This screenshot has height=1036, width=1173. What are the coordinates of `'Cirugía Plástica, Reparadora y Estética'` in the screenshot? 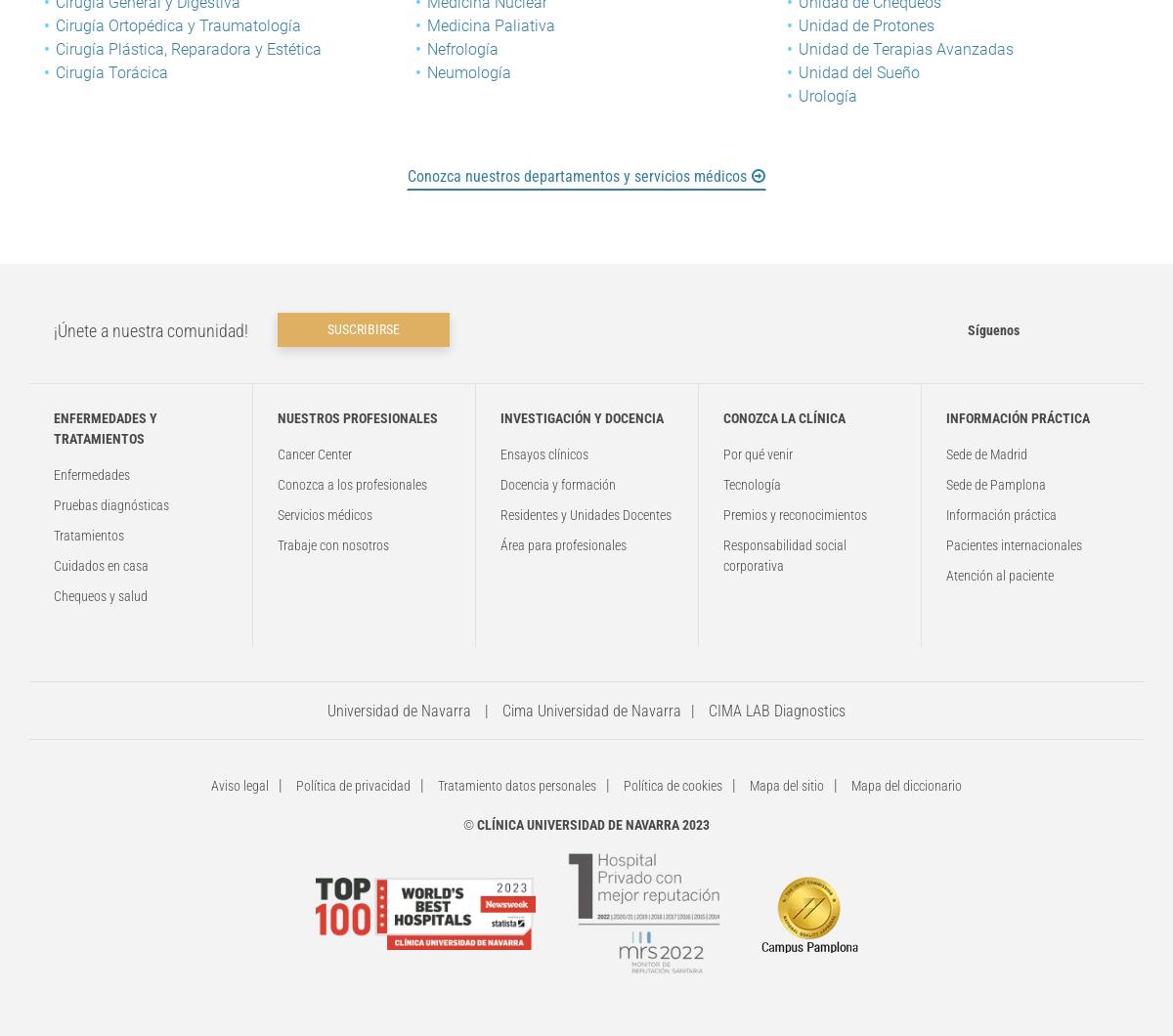 It's located at (187, 49).